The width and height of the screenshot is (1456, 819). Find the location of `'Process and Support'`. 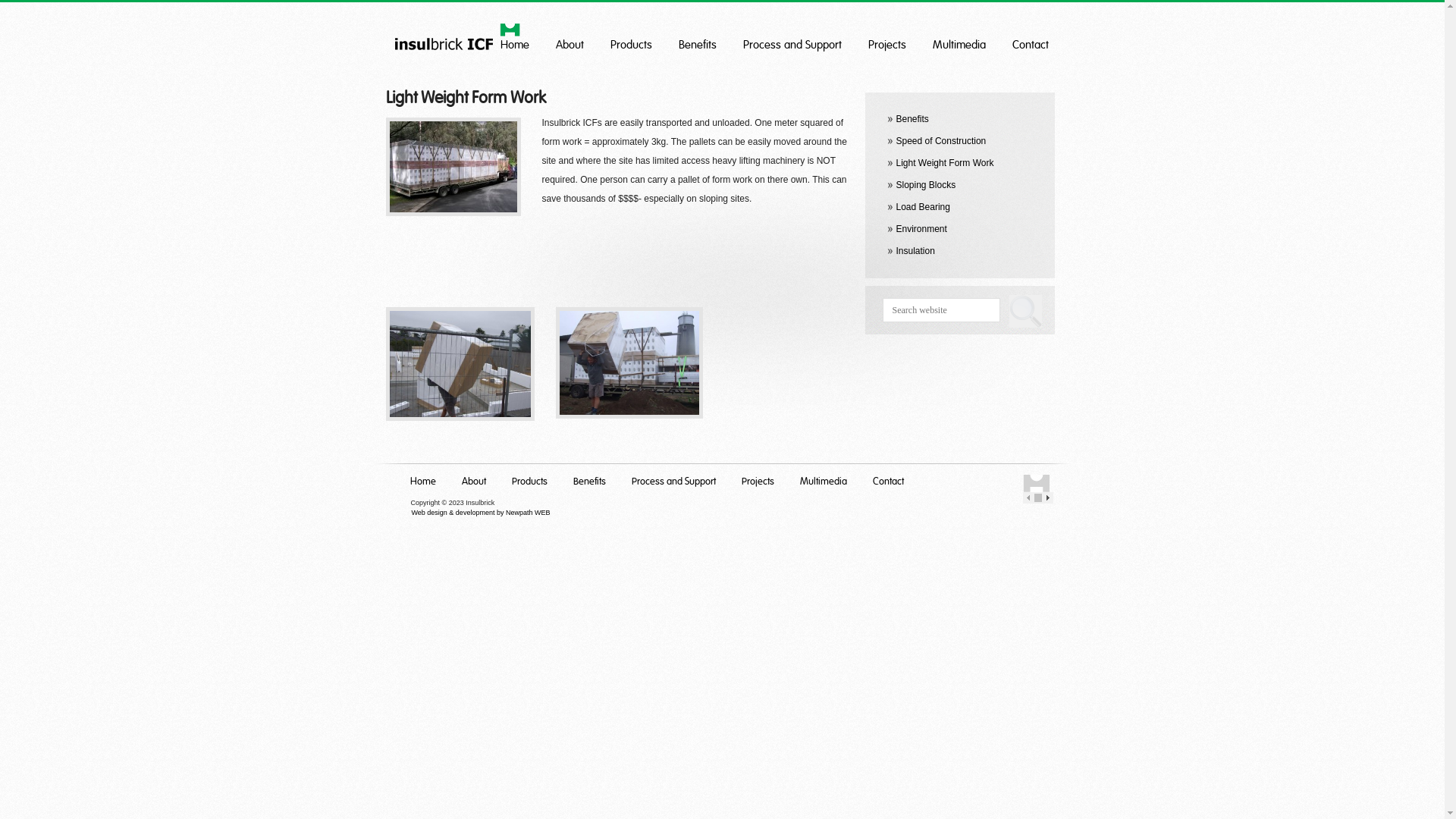

'Process and Support' is located at coordinates (673, 478).